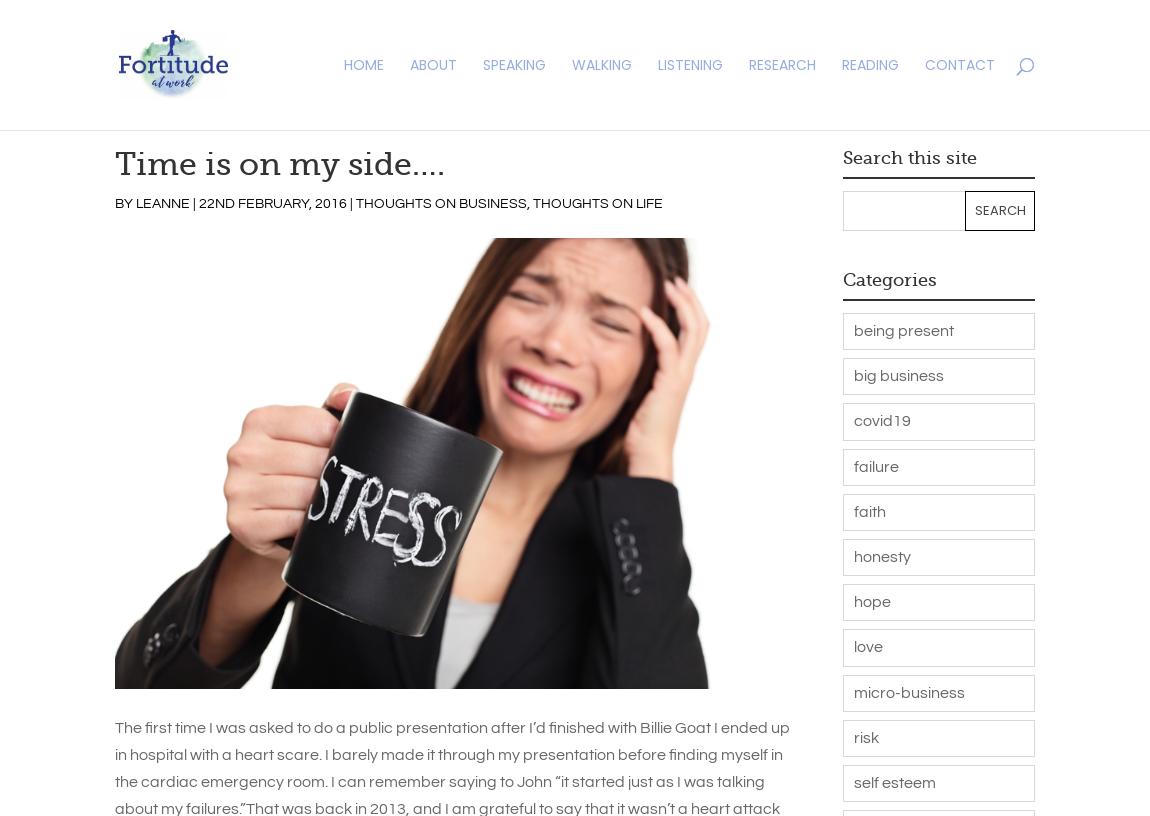 The height and width of the screenshot is (816, 1150). What do you see at coordinates (869, 509) in the screenshot?
I see `'faith'` at bounding box center [869, 509].